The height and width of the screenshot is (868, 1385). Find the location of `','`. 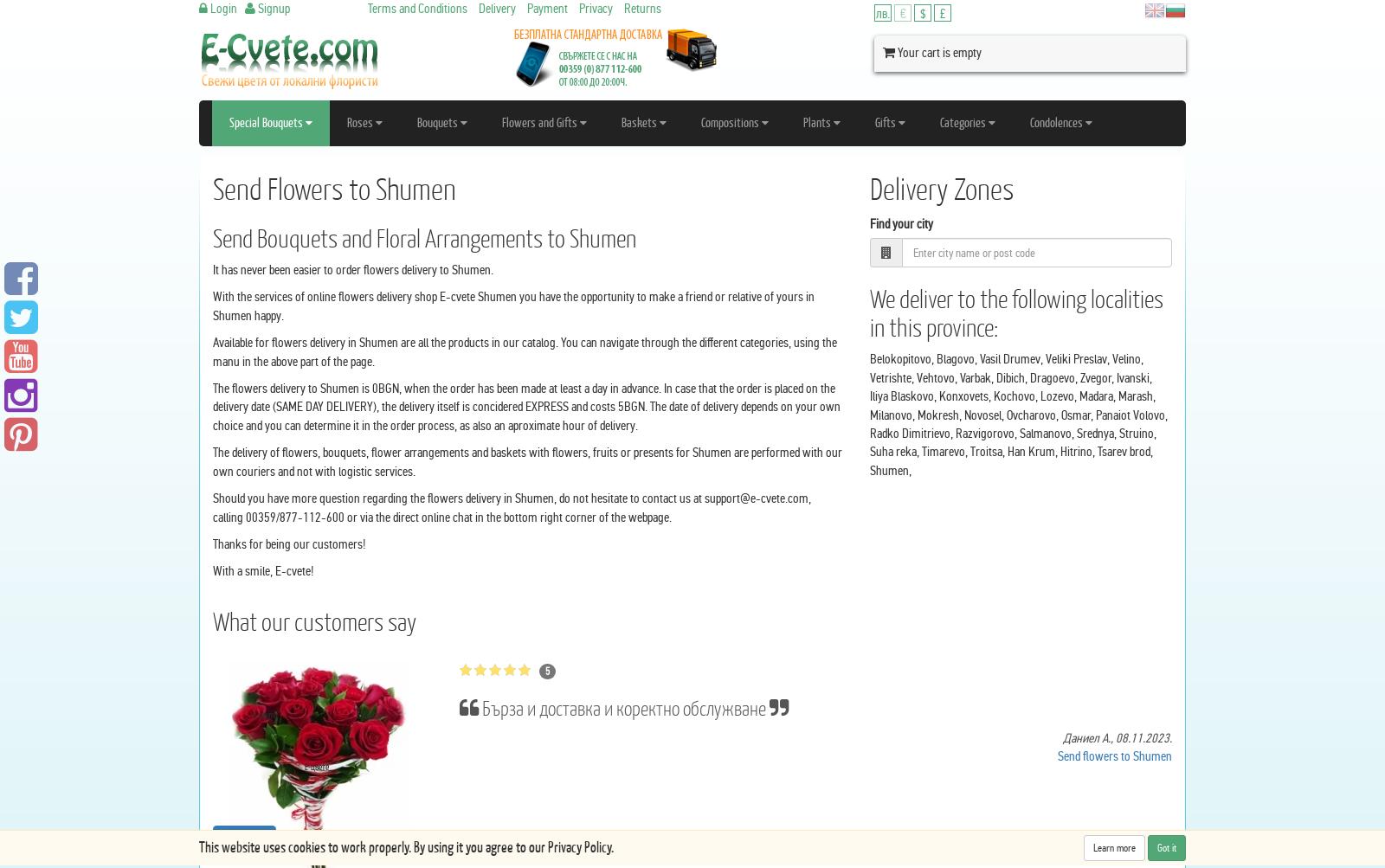

',' is located at coordinates (1111, 737).